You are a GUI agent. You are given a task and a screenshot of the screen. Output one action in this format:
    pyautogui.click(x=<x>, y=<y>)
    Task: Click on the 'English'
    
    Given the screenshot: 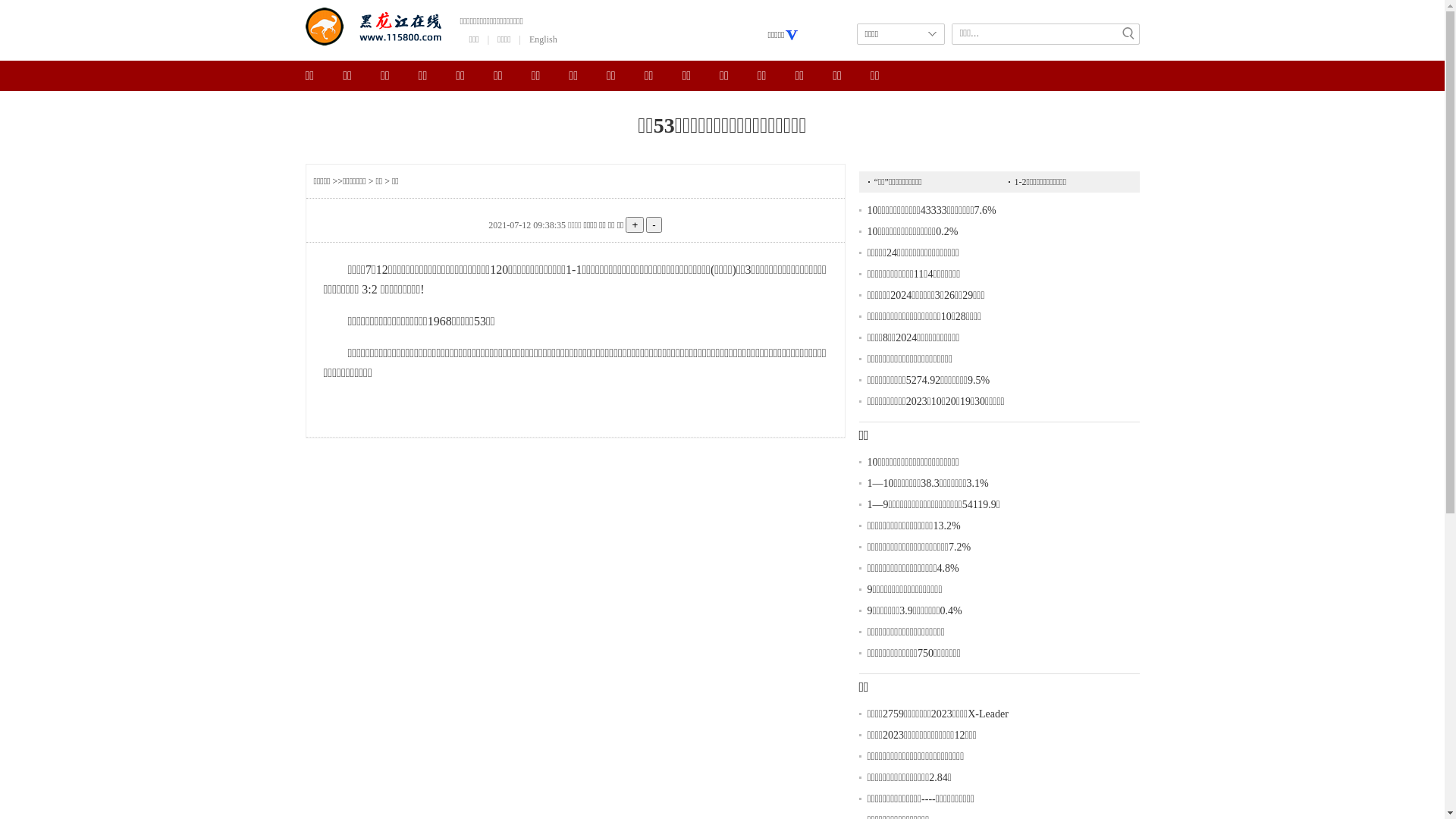 What is the action you would take?
    pyautogui.click(x=543, y=38)
    